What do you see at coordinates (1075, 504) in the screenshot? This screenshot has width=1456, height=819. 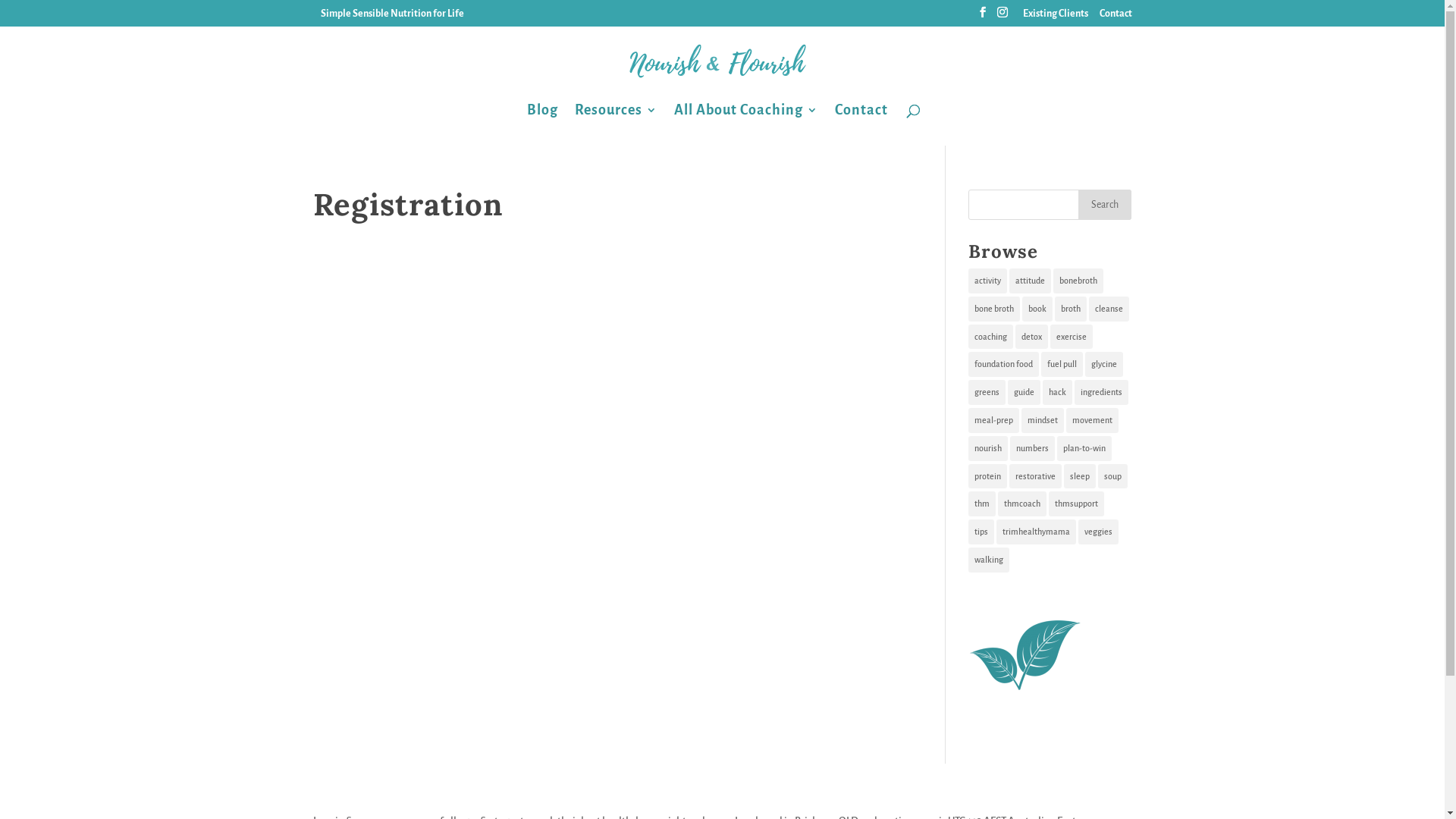 I see `'thmsupport'` at bounding box center [1075, 504].